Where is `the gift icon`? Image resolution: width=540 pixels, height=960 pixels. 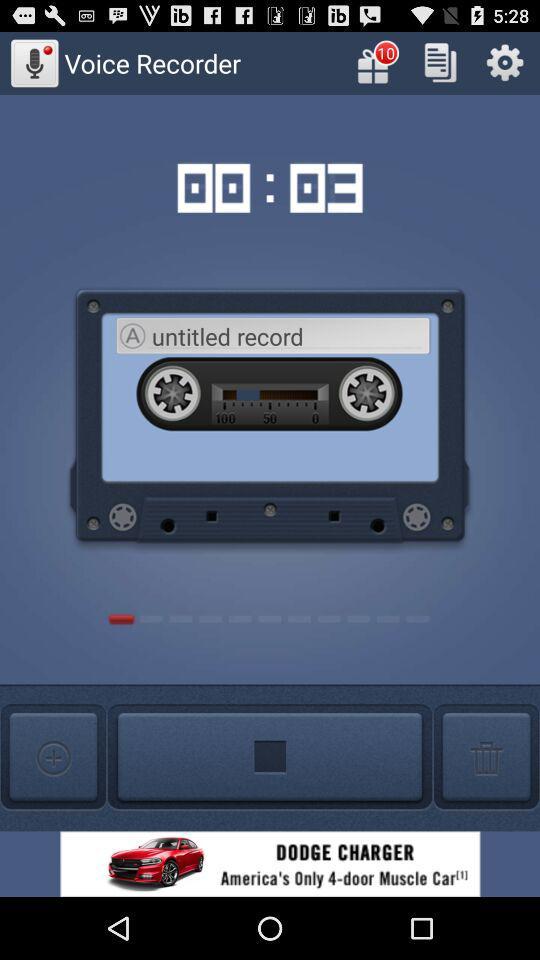 the gift icon is located at coordinates (376, 67).